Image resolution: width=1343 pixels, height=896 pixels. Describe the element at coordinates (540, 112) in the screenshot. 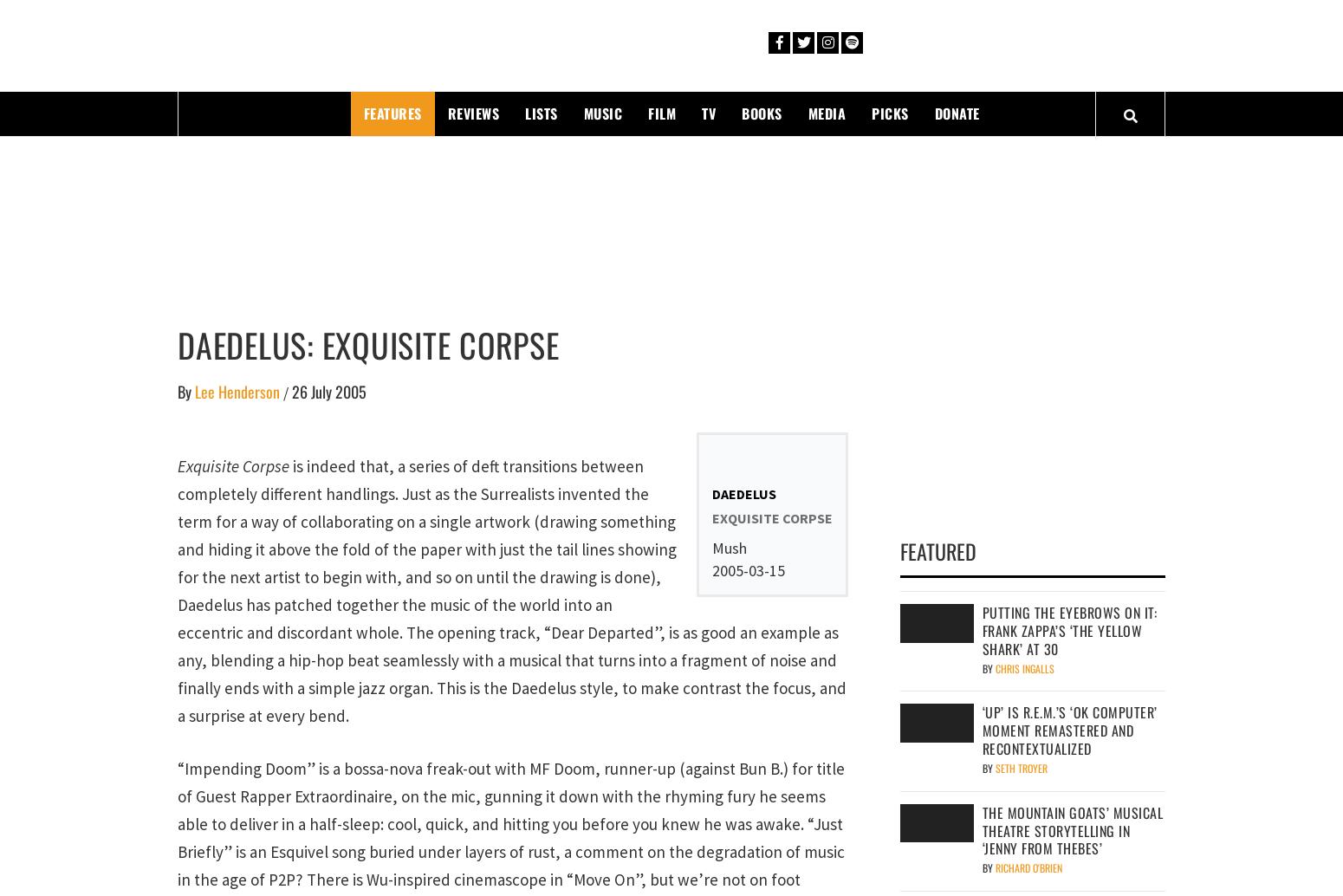

I see `'Lists'` at that location.